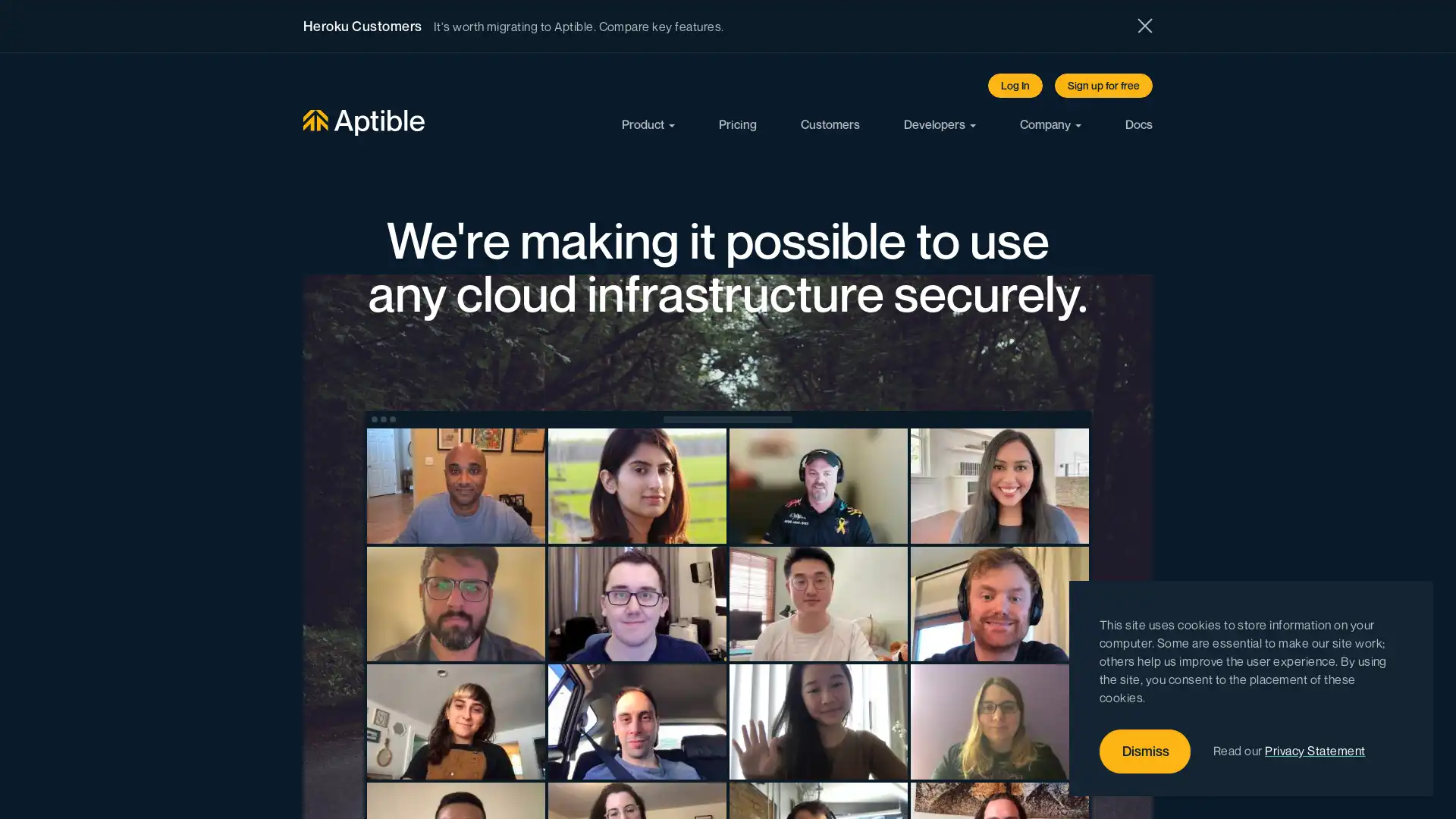 Image resolution: width=1456 pixels, height=819 pixels. Describe the element at coordinates (1103, 85) in the screenshot. I see `Sign up for free` at that location.